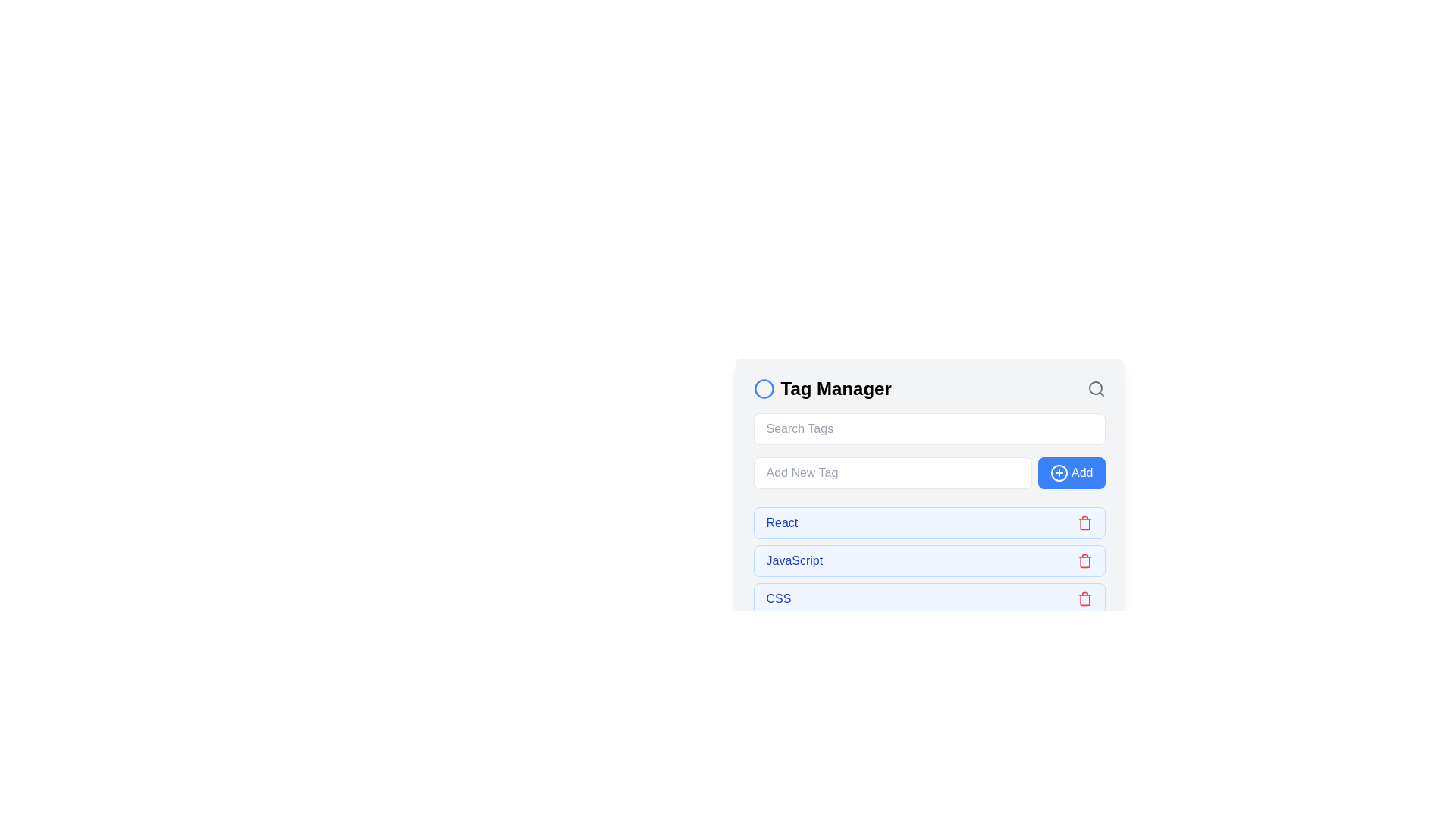 The height and width of the screenshot is (819, 1456). I want to click on the button with a blue background and white text stating 'Add' to observe the hover effect, so click(1071, 472).